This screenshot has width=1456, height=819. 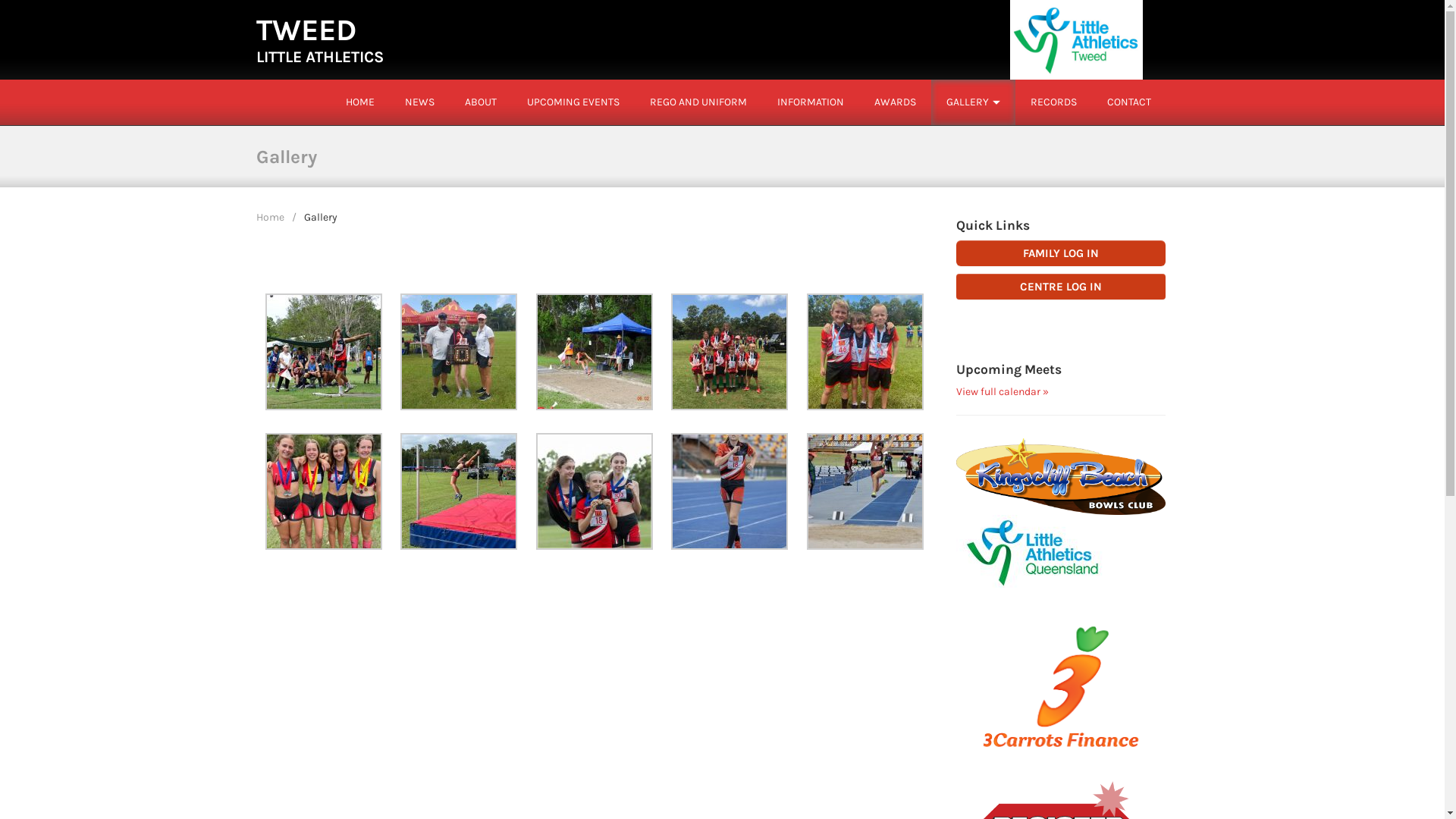 I want to click on 'ABOUT', so click(x=479, y=102).